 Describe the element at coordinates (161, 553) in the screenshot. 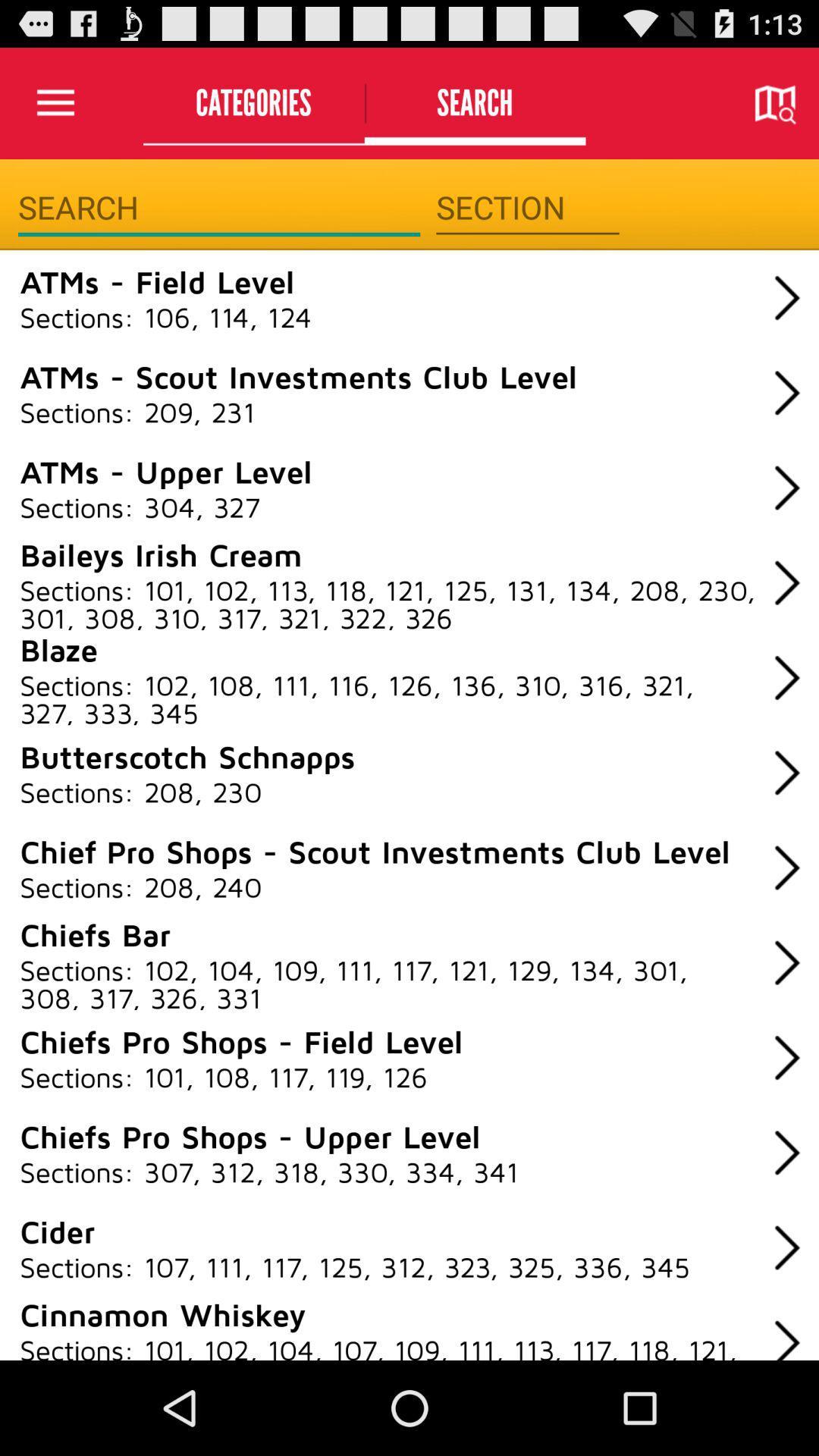

I see `the icon above the sections 101 102` at that location.